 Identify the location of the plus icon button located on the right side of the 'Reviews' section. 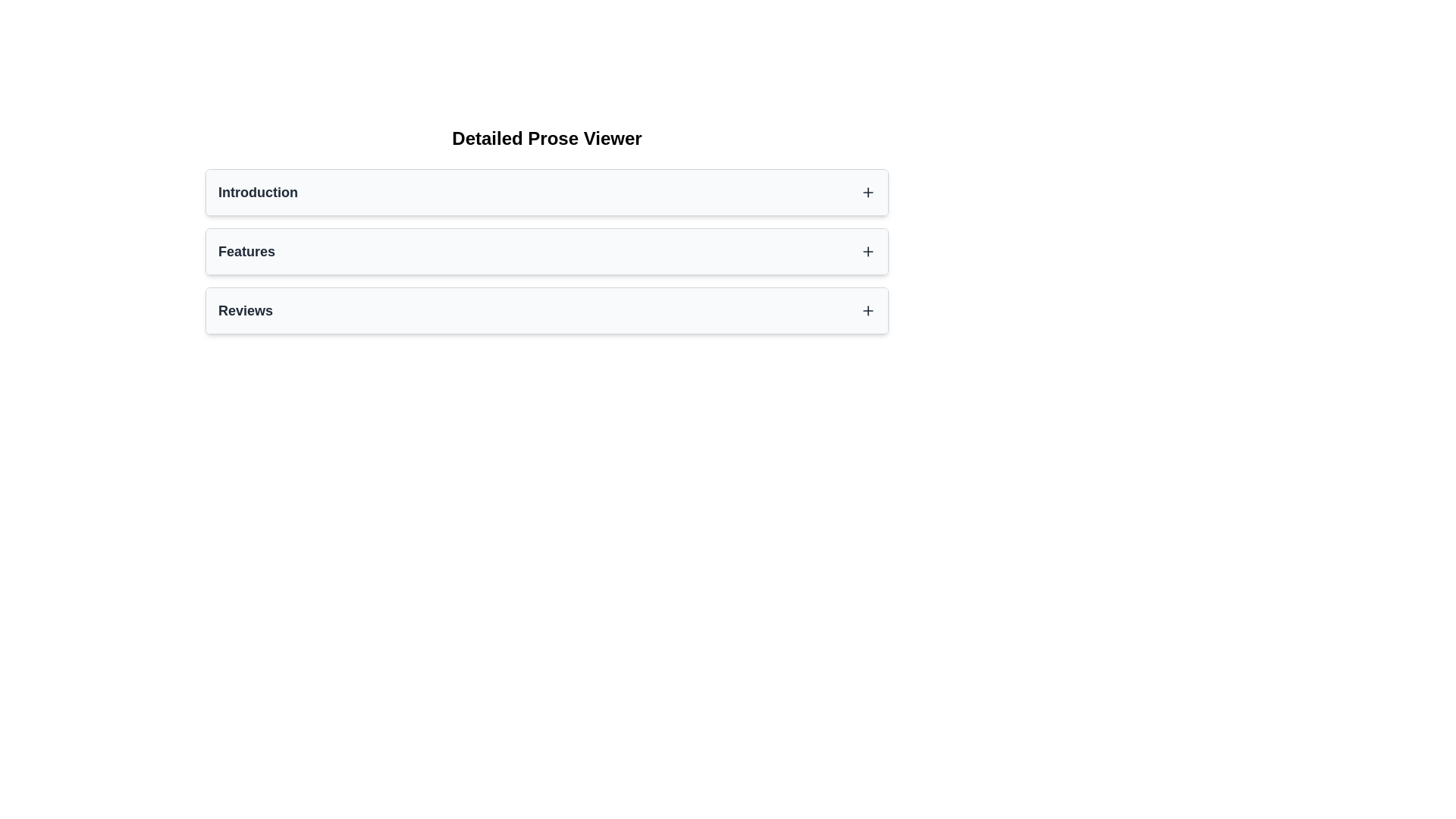
(868, 309).